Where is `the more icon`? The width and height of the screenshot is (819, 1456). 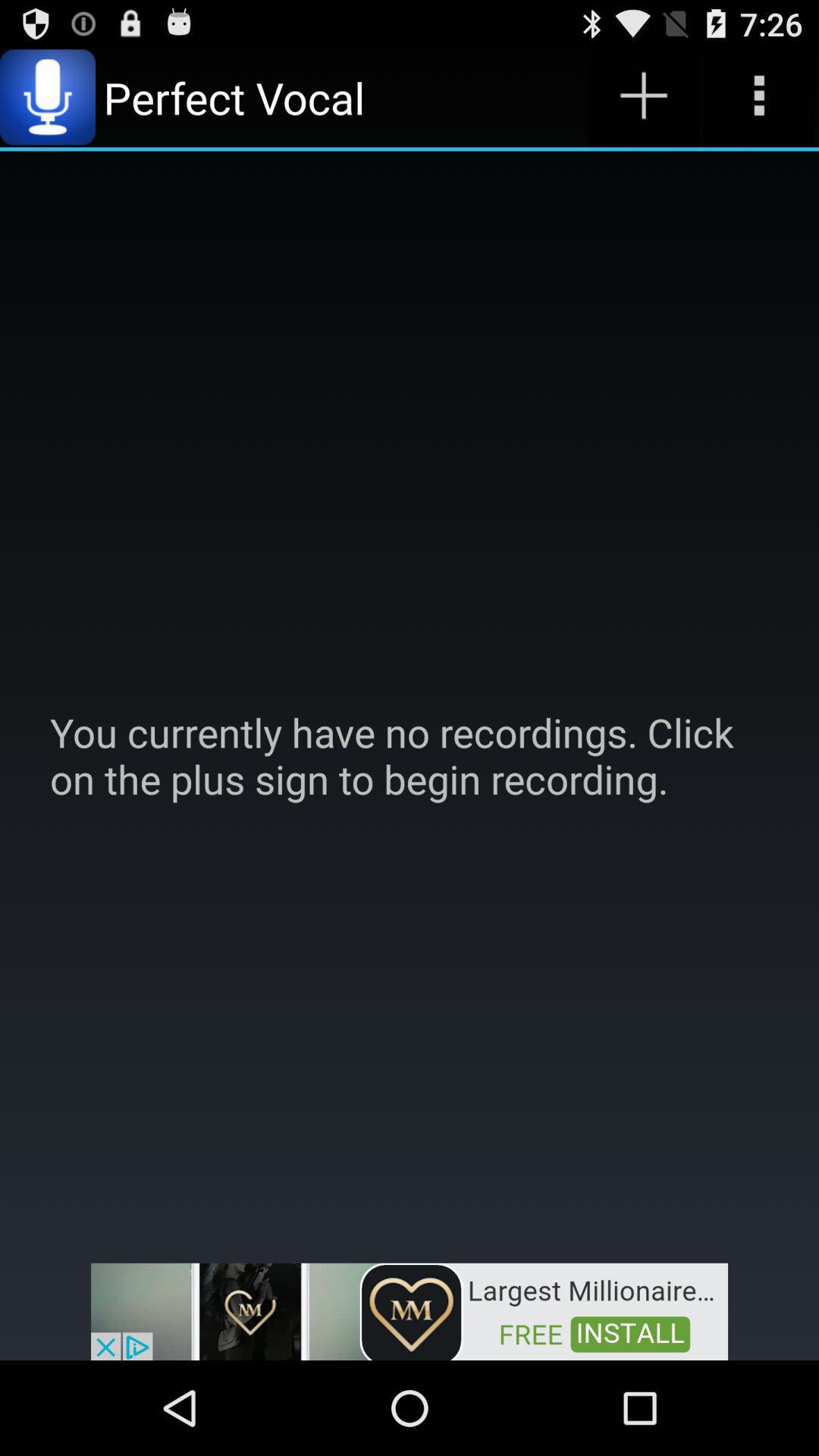
the more icon is located at coordinates (759, 103).